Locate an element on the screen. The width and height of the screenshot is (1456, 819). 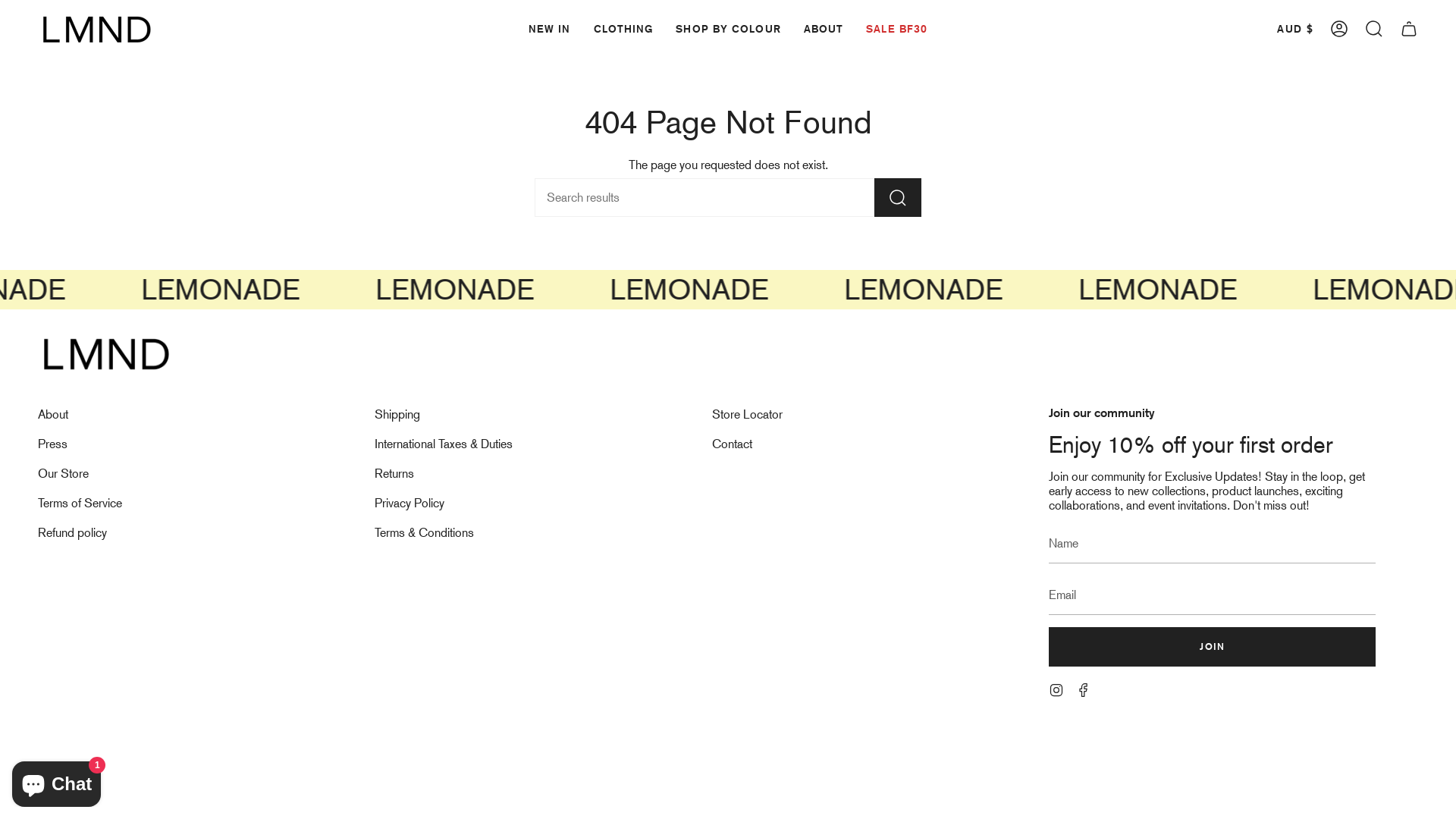
'Terms of Service' is located at coordinates (37, 503).